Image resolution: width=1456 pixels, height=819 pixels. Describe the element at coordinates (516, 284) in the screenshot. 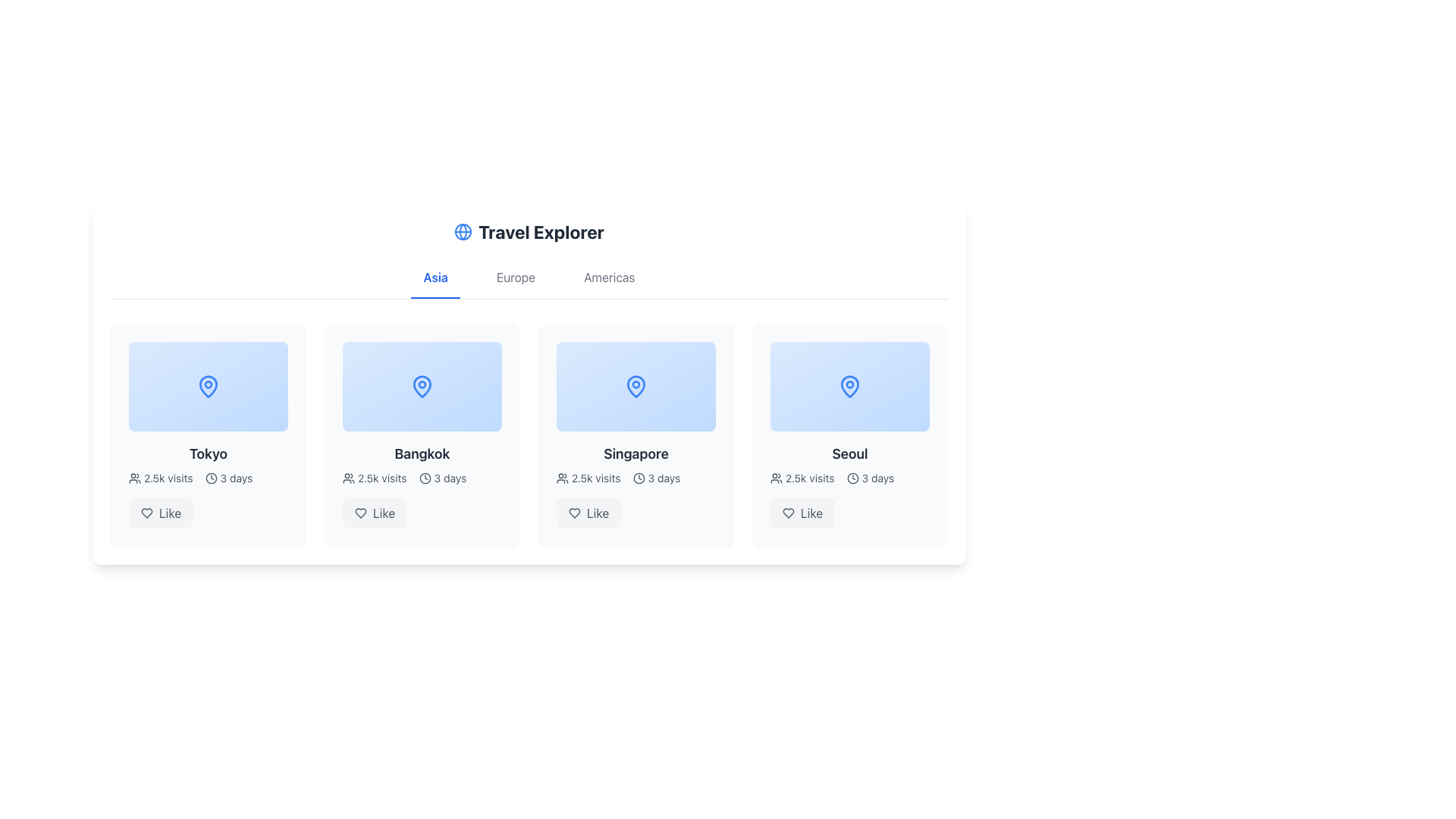

I see `the 'Europe' navigation tab button located in the navigation bar below the 'Travel Explorer' title` at that location.